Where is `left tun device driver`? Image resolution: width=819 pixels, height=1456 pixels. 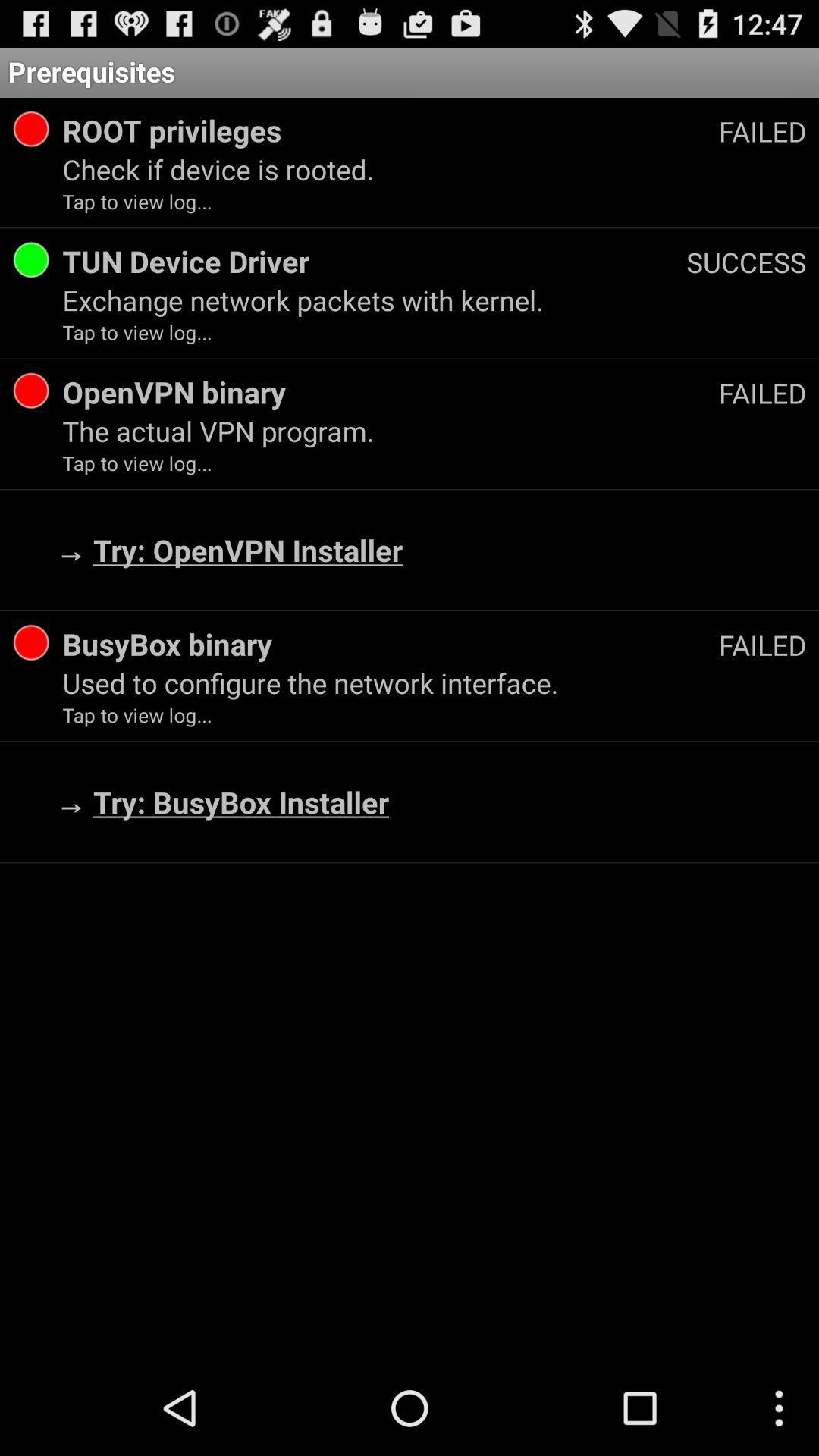 left tun device driver is located at coordinates (31, 259).